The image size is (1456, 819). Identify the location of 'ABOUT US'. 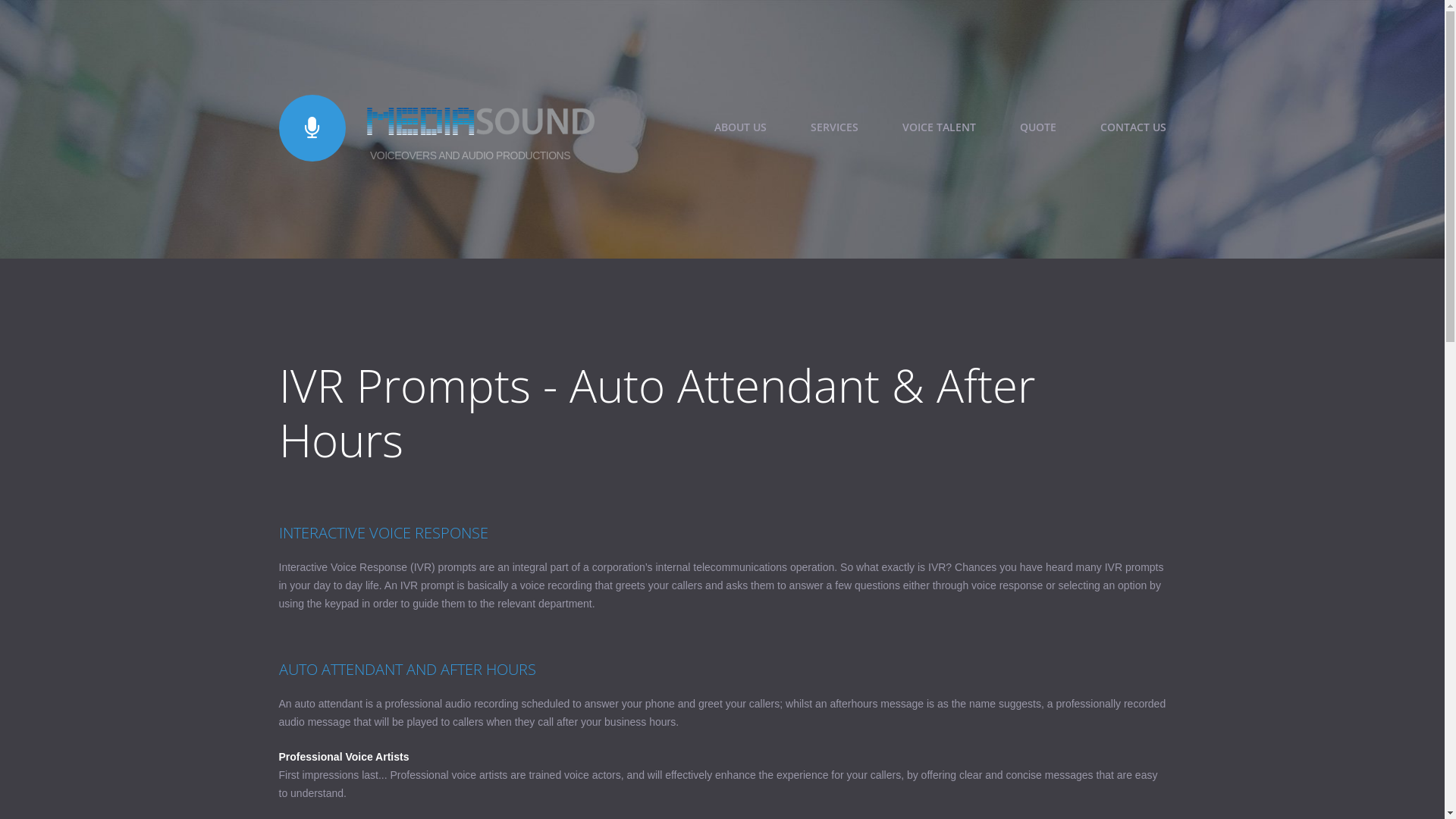
(740, 127).